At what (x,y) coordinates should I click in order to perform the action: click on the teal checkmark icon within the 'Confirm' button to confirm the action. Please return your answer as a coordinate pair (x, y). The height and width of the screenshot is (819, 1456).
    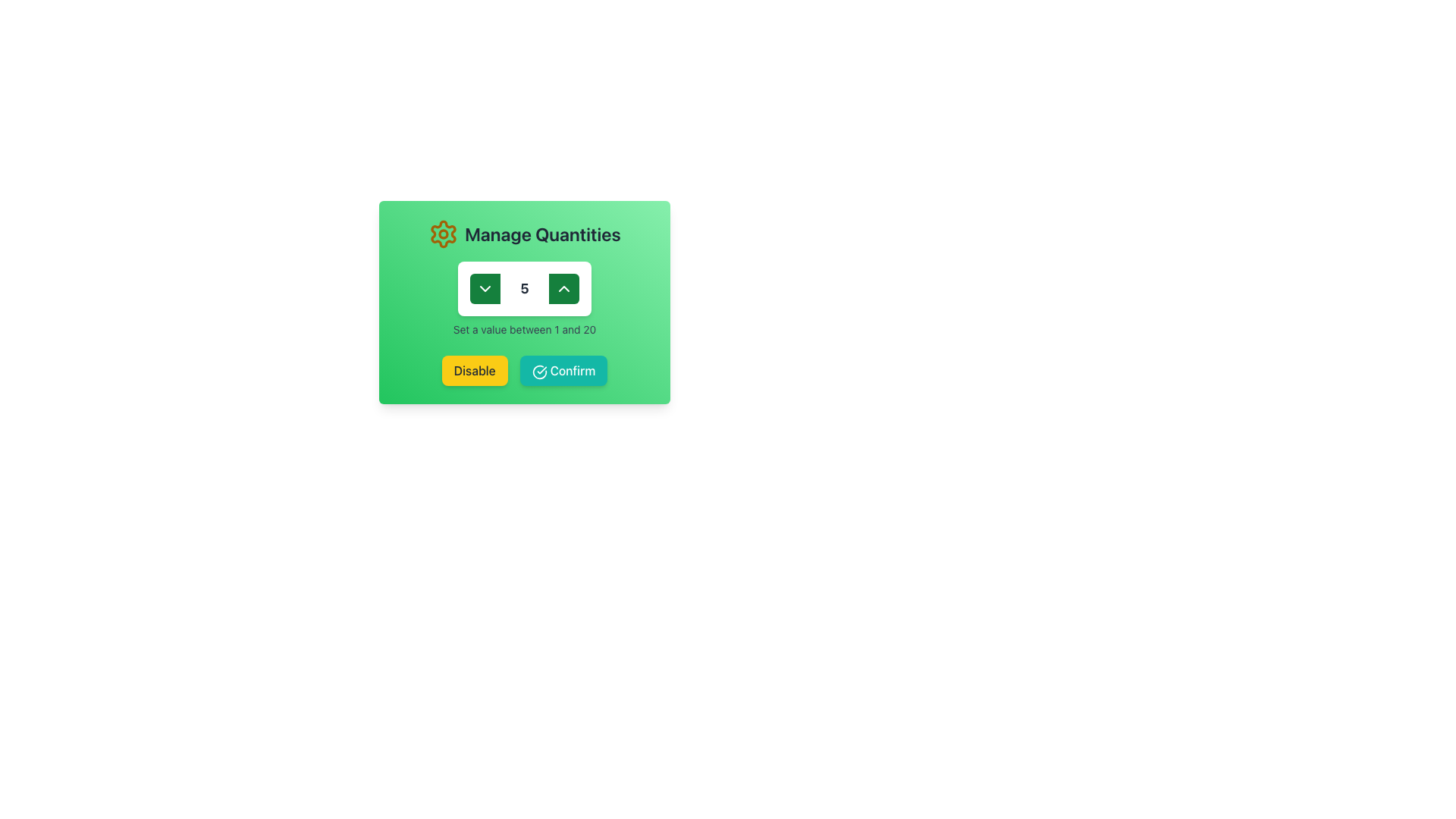
    Looking at the image, I should click on (539, 372).